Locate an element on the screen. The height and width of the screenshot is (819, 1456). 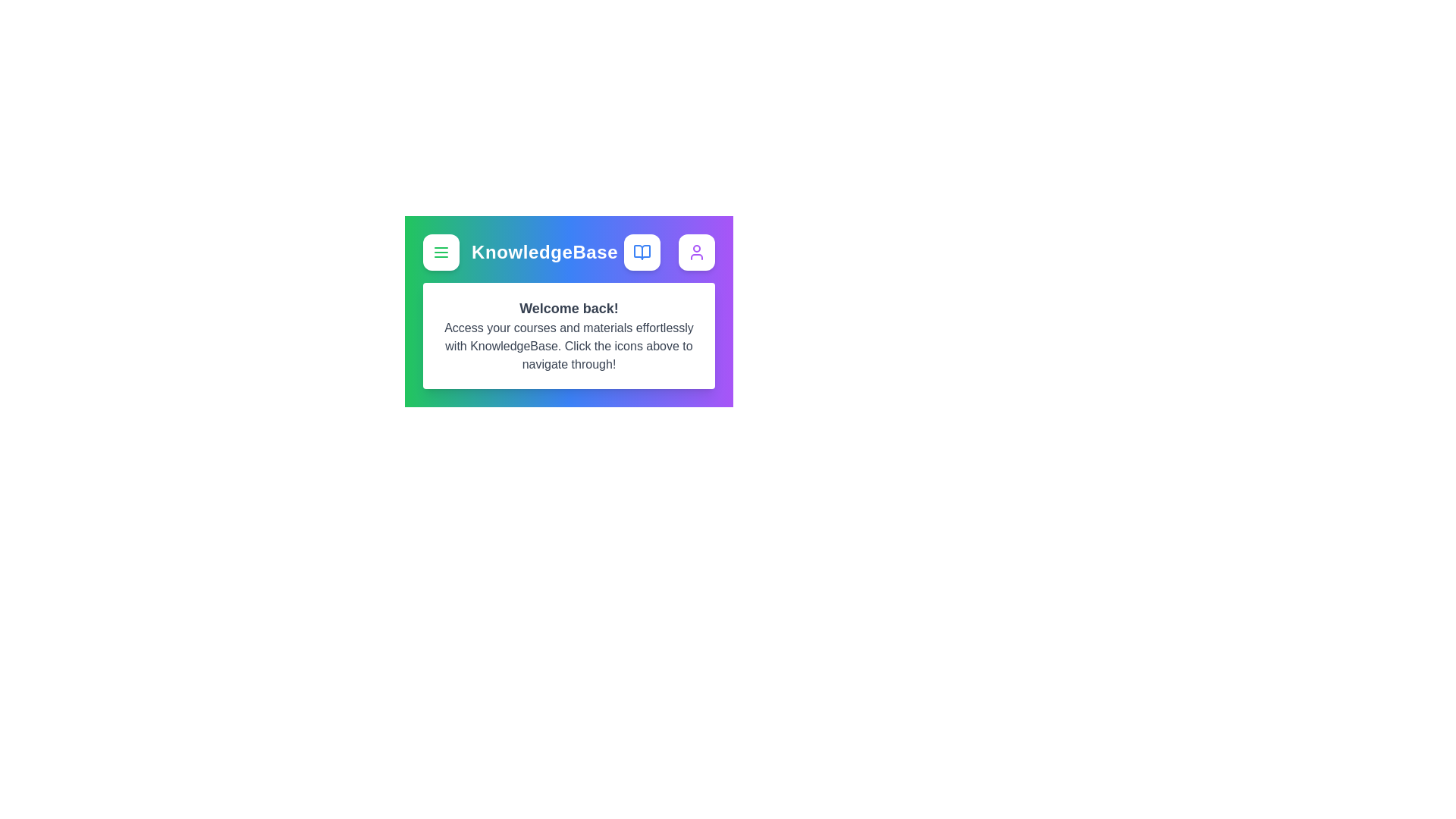
the user icon to access the user profile or settings is located at coordinates (695, 251).